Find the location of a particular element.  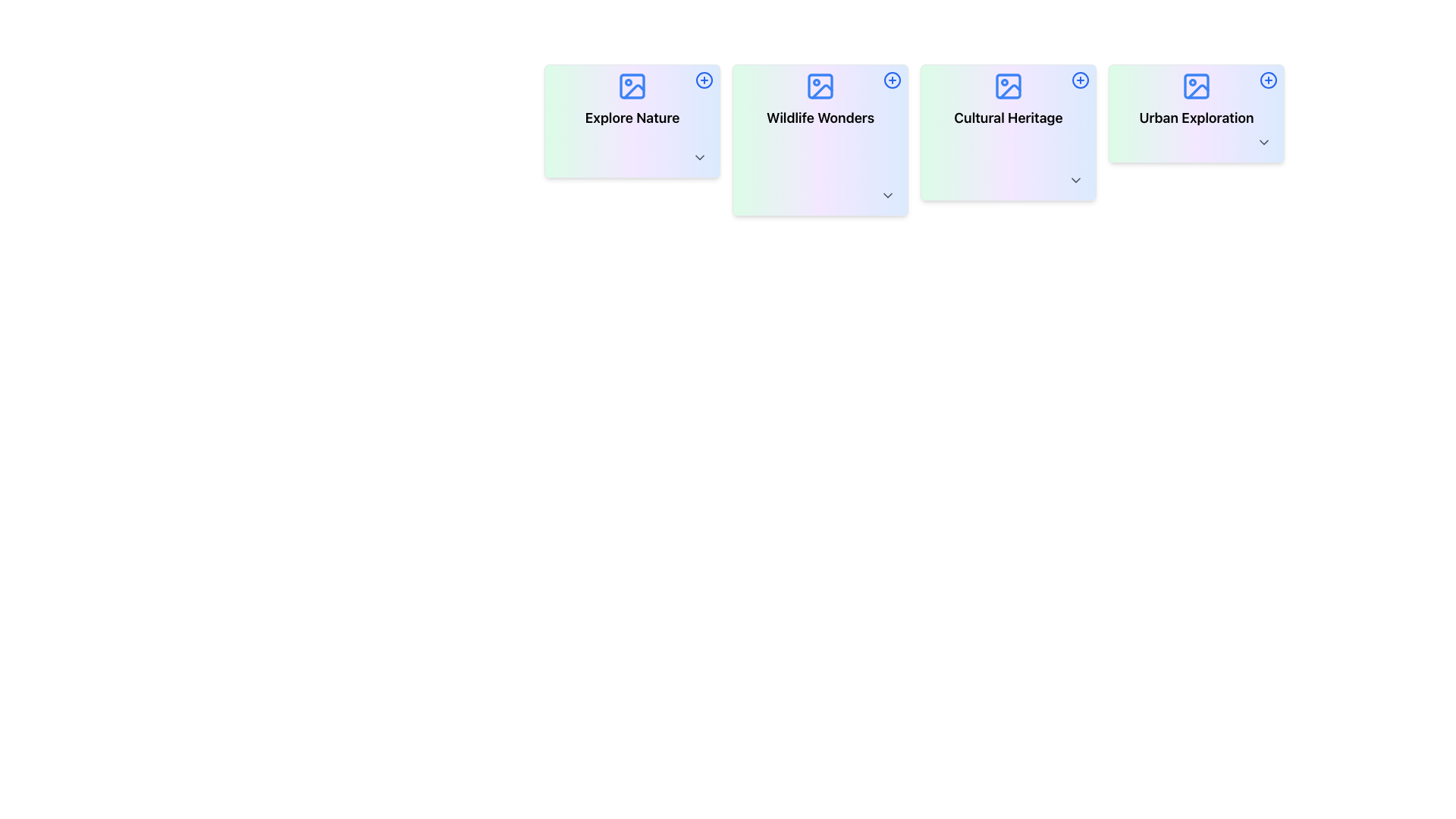

the circle component of the 'add' icon located in the top-right corner of the 'Urban Exploration' card is located at coordinates (1269, 80).